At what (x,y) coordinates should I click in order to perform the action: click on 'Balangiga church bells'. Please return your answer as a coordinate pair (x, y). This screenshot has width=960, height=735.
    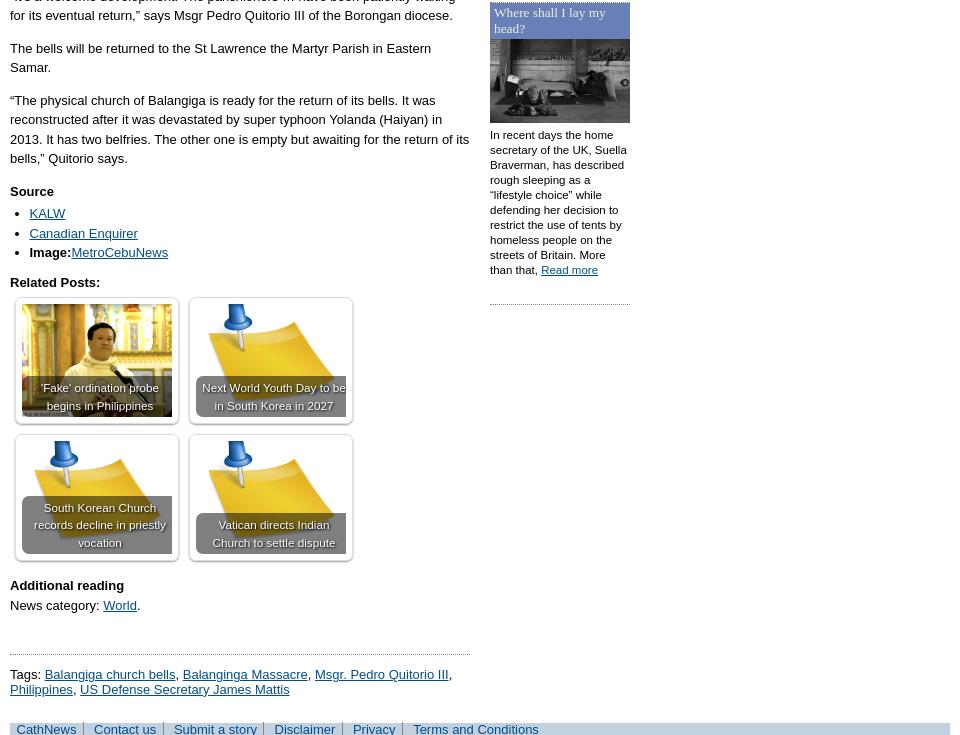
    Looking at the image, I should click on (42, 673).